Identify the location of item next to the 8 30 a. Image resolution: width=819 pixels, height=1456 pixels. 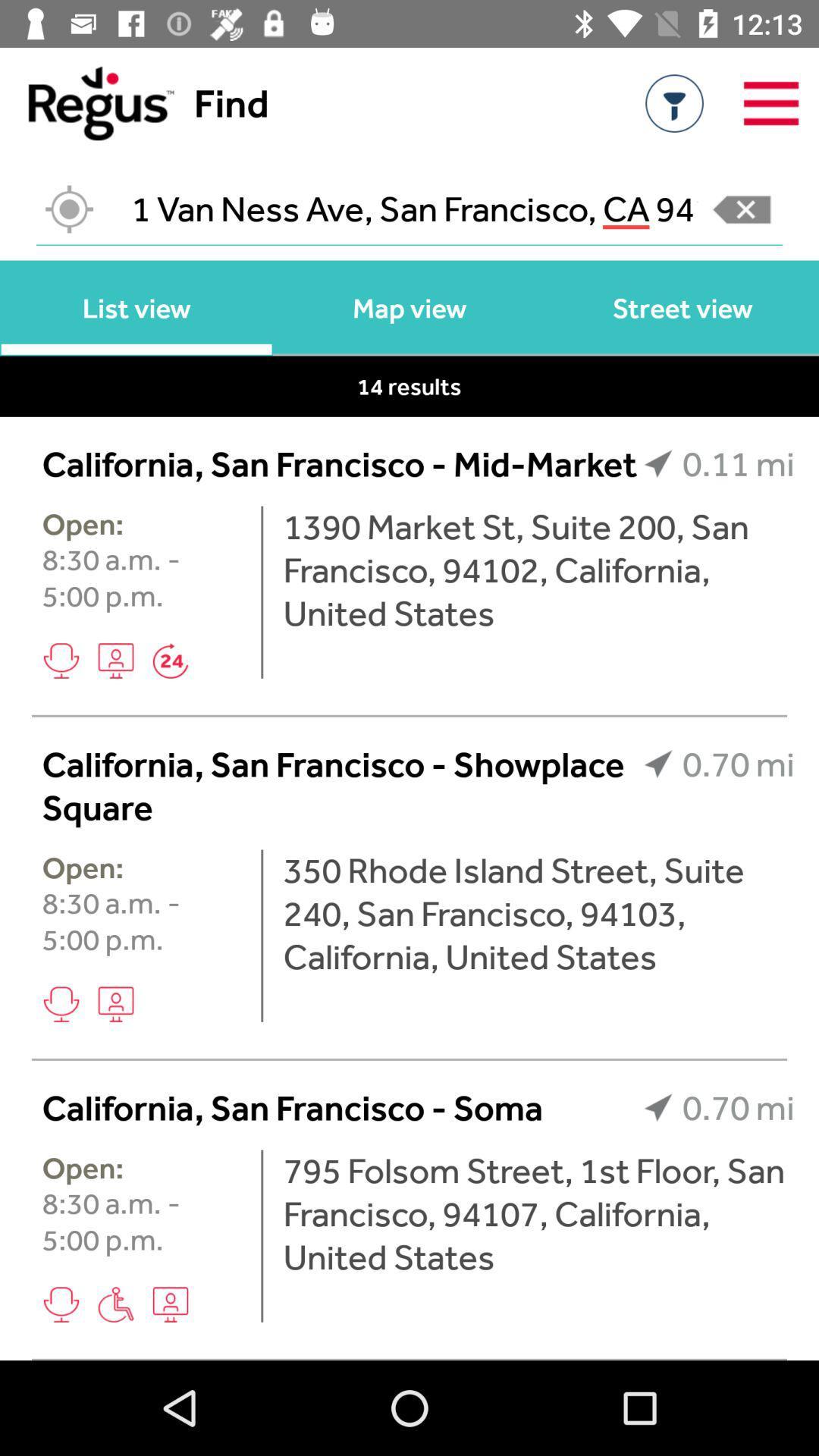
(261, 935).